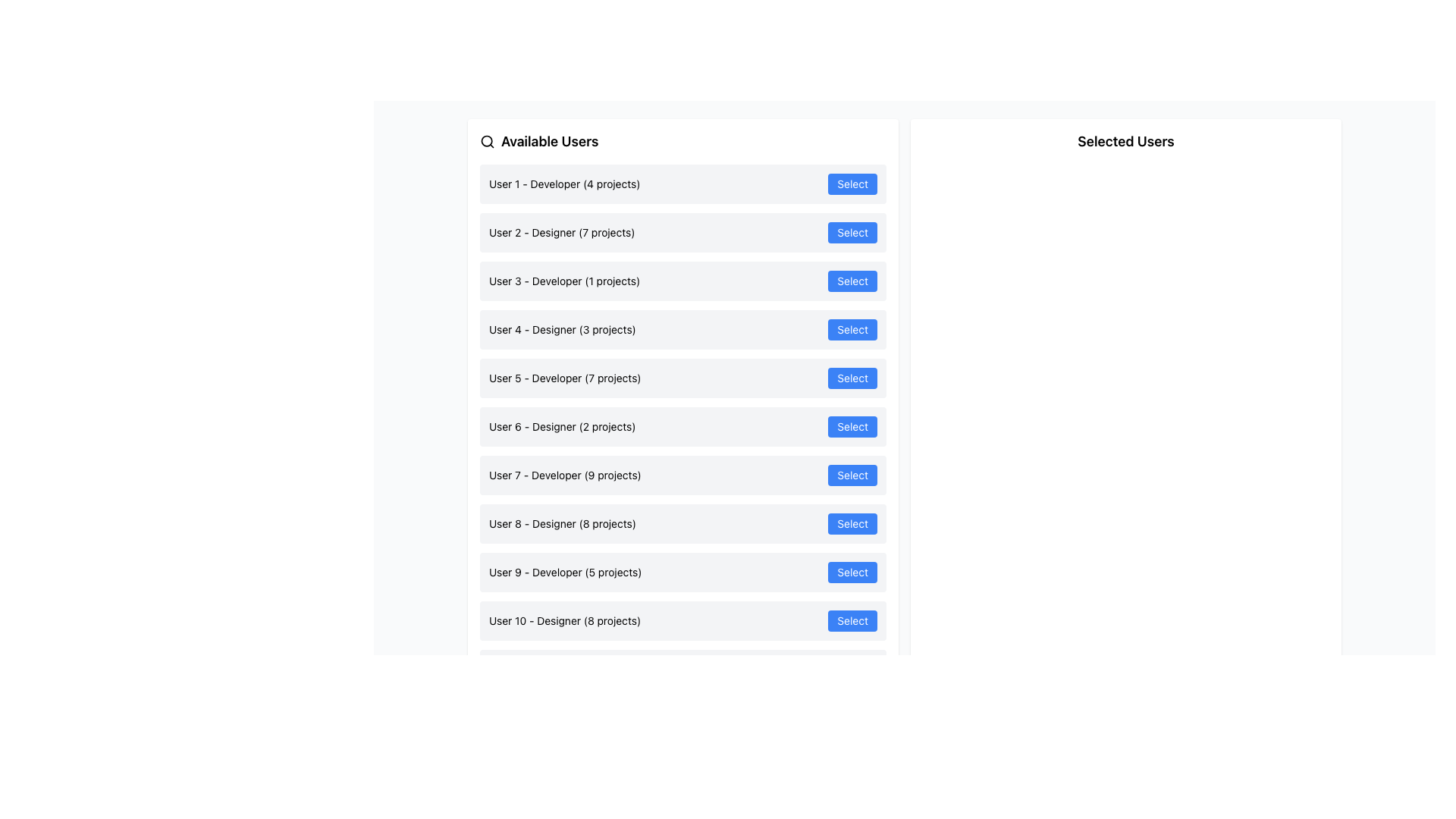  Describe the element at coordinates (561, 522) in the screenshot. I see `the text element that displays User 8's designation and project count in the 'Available Users' section, aligned to the left of the 'Select' button` at that location.